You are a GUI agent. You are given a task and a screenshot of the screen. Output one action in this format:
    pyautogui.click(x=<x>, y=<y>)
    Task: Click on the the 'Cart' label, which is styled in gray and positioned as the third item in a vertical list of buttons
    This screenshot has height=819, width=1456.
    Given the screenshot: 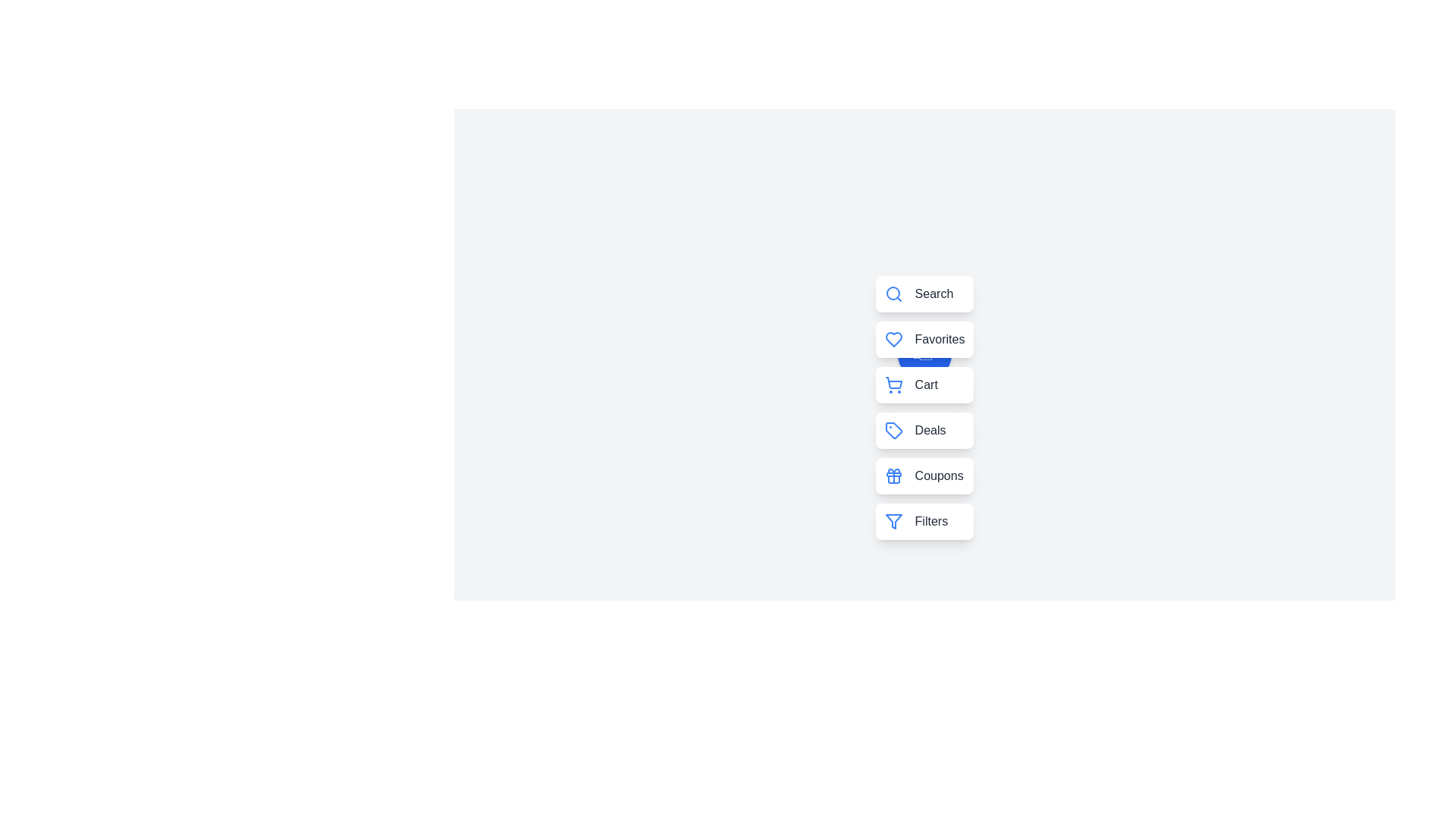 What is the action you would take?
    pyautogui.click(x=925, y=384)
    